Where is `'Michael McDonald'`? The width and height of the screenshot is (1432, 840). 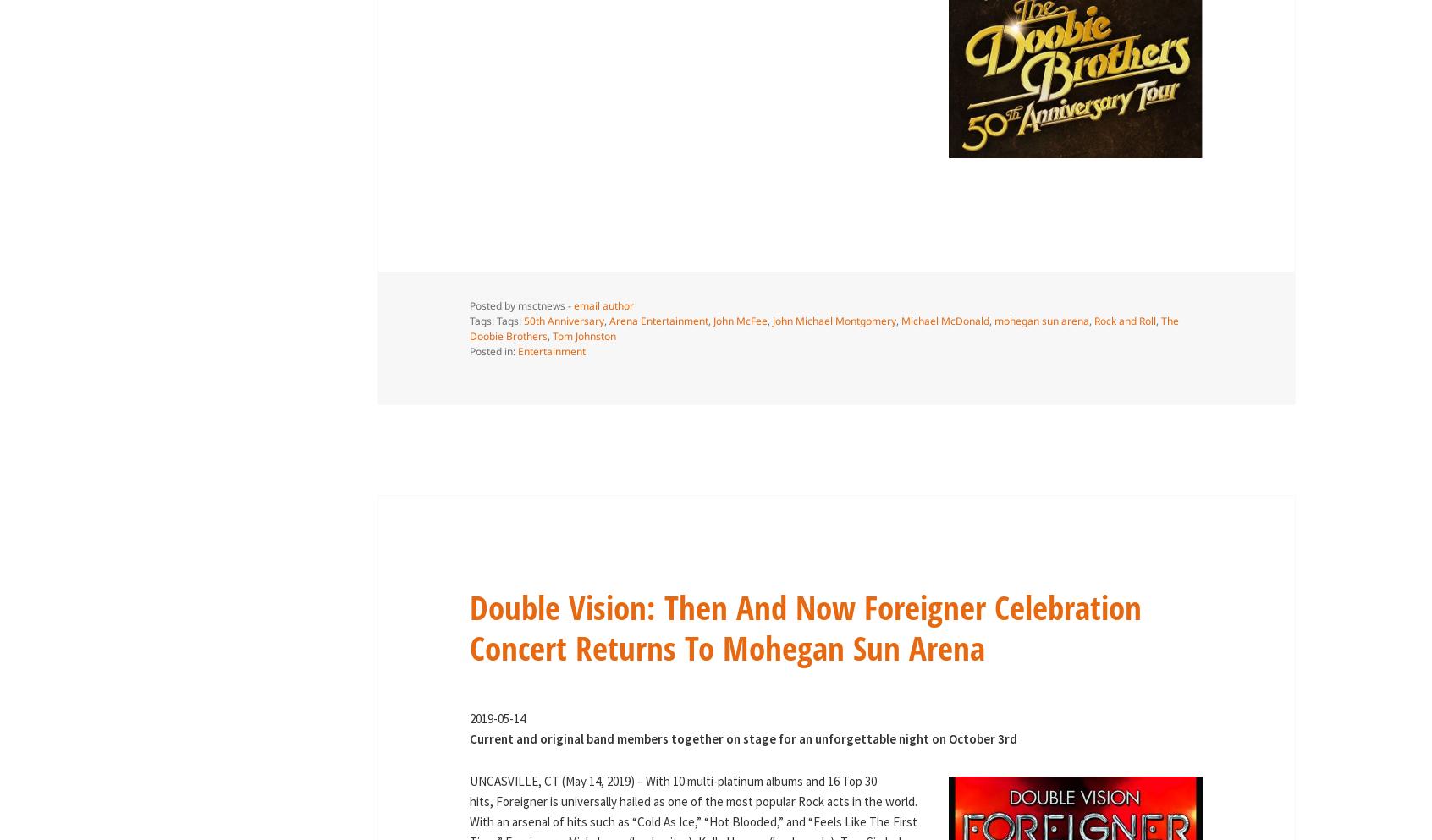 'Michael McDonald' is located at coordinates (945, 321).